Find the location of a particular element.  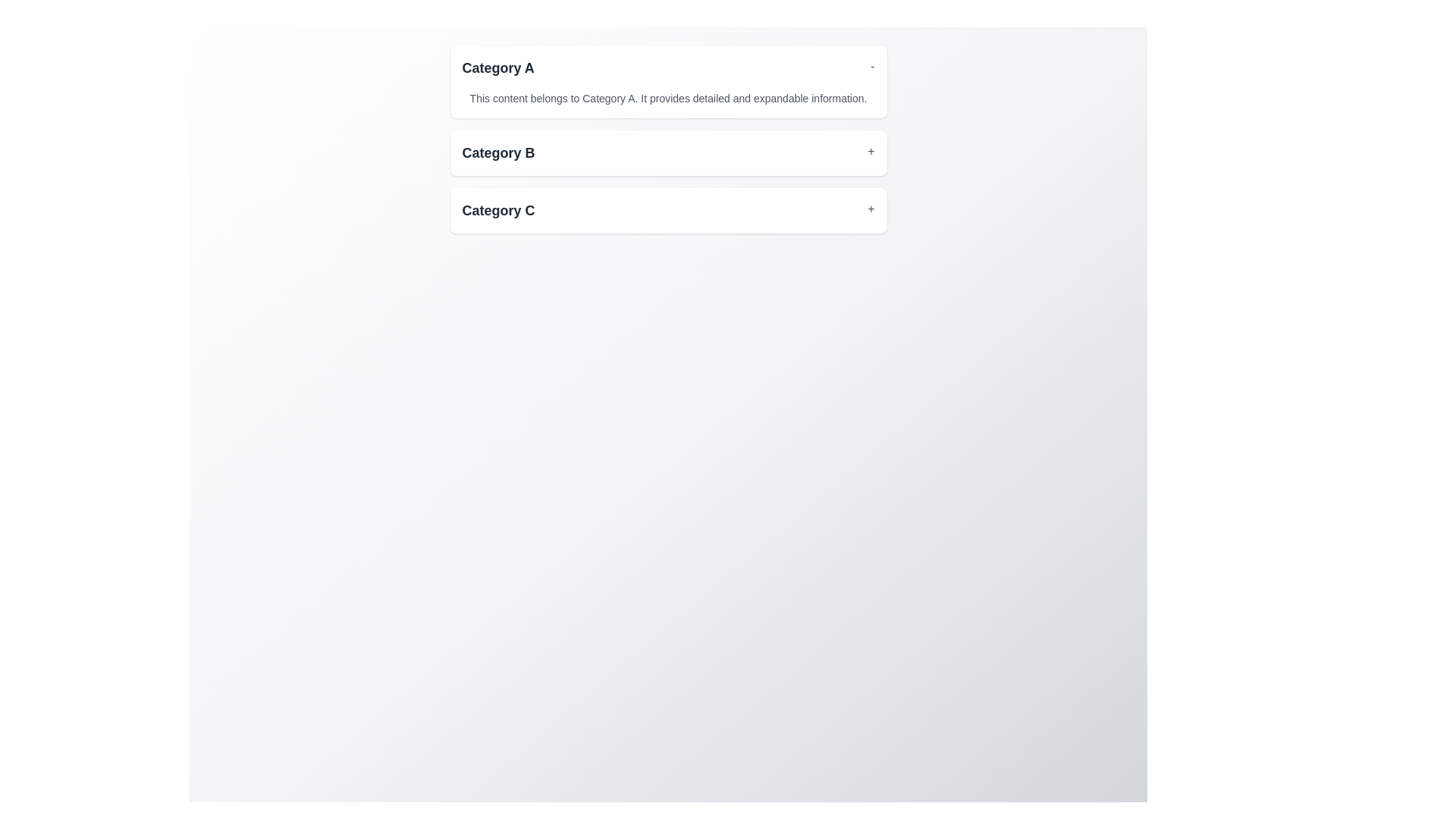

the gray plus icon located to the right of the 'Category B' label for additional context is located at coordinates (871, 152).